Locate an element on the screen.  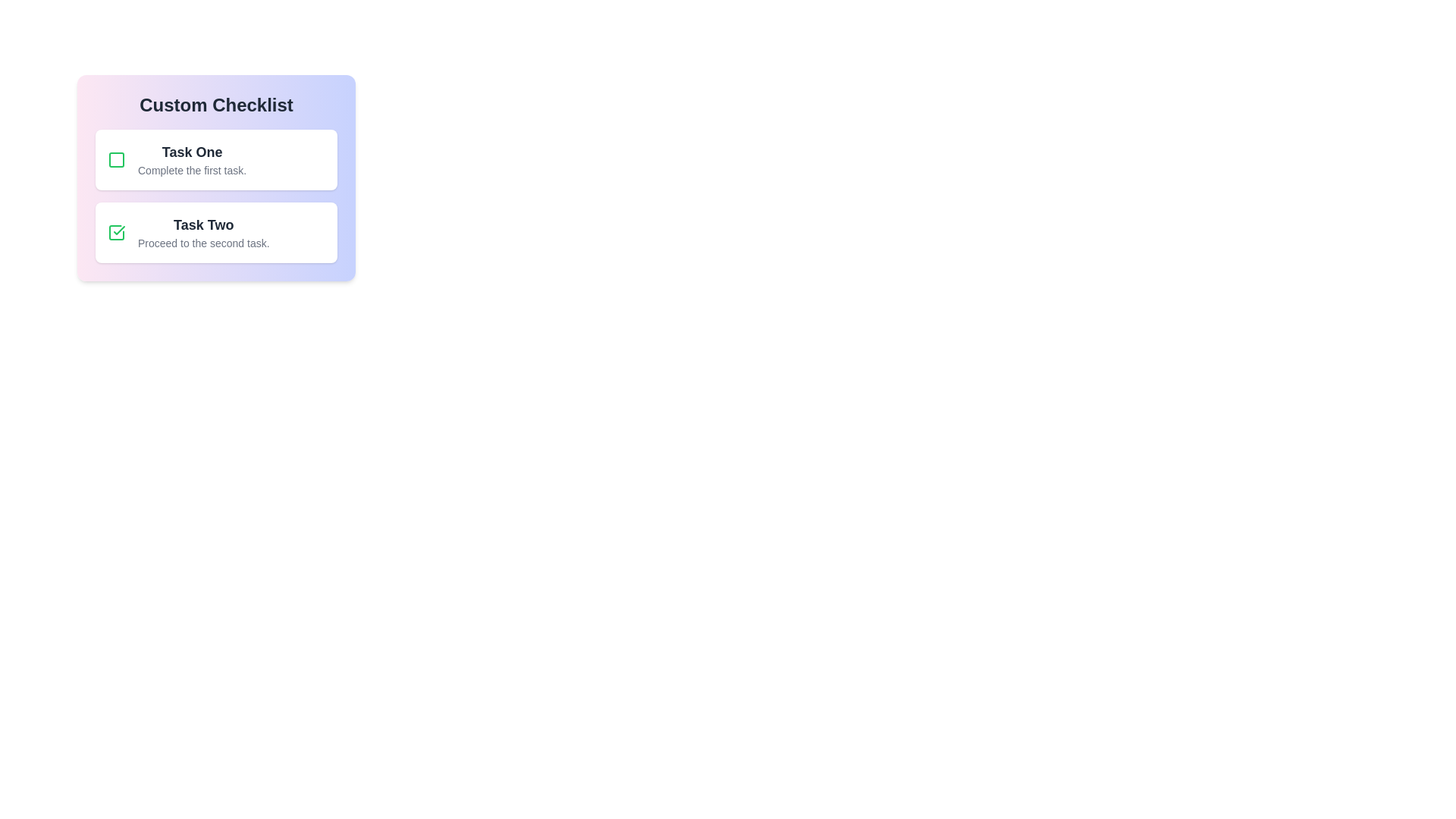
displayed text of the first task in the checklist interface, which is represented by the list item located to the left of the second task card is located at coordinates (177, 160).